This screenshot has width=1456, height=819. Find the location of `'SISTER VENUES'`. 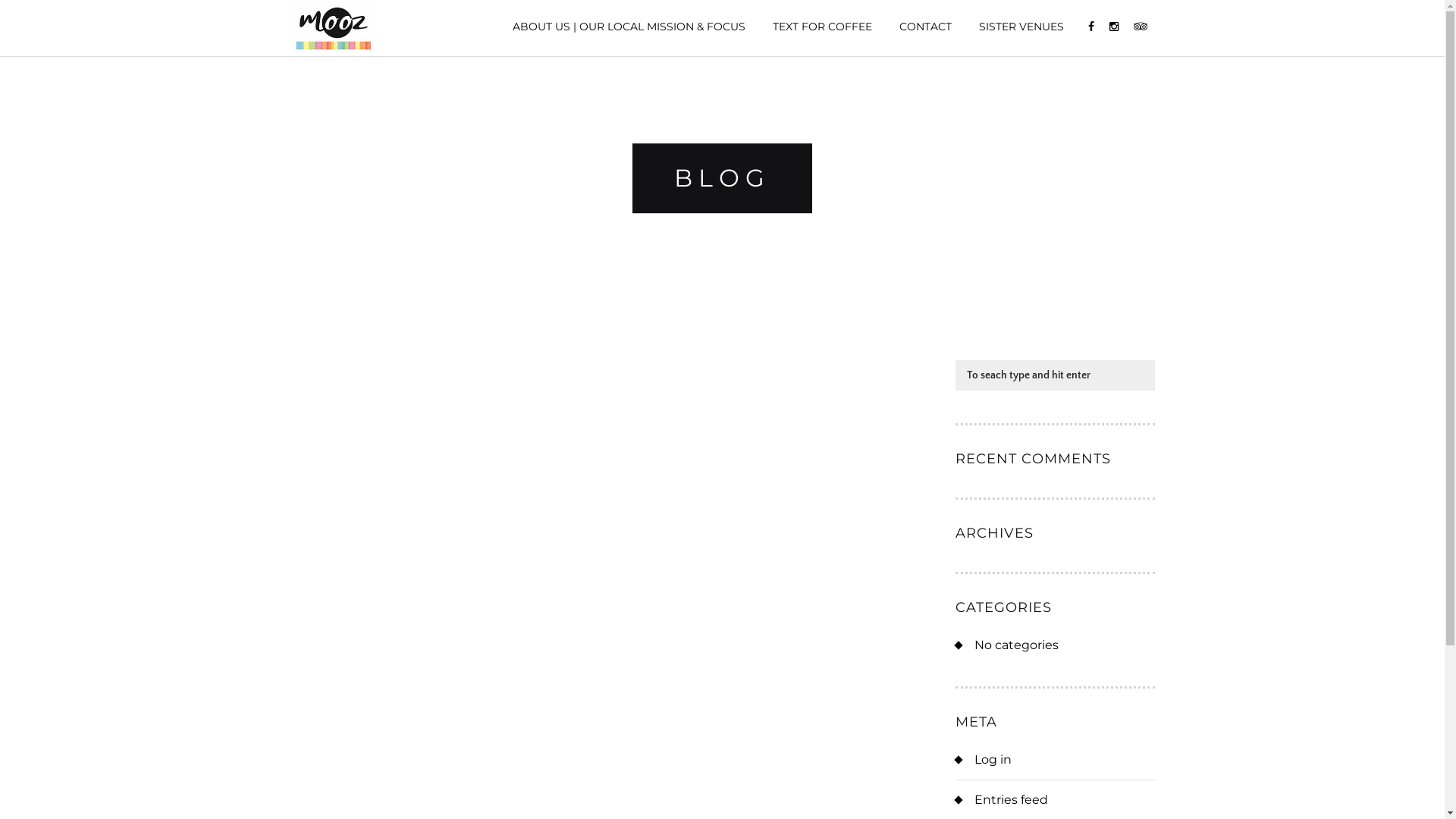

'SISTER VENUES' is located at coordinates (1020, 26).